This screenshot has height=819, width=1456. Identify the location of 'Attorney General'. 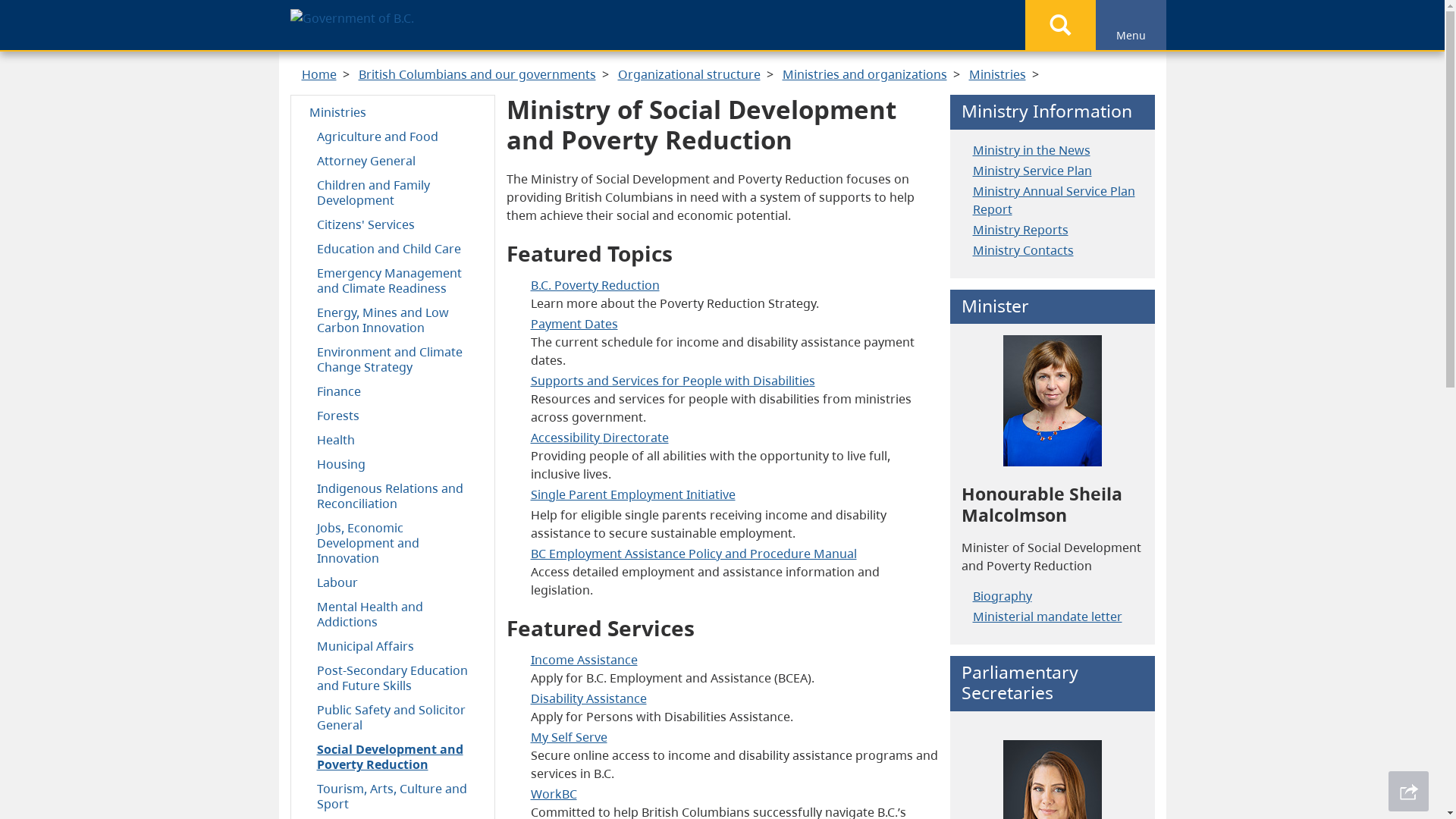
(312, 160).